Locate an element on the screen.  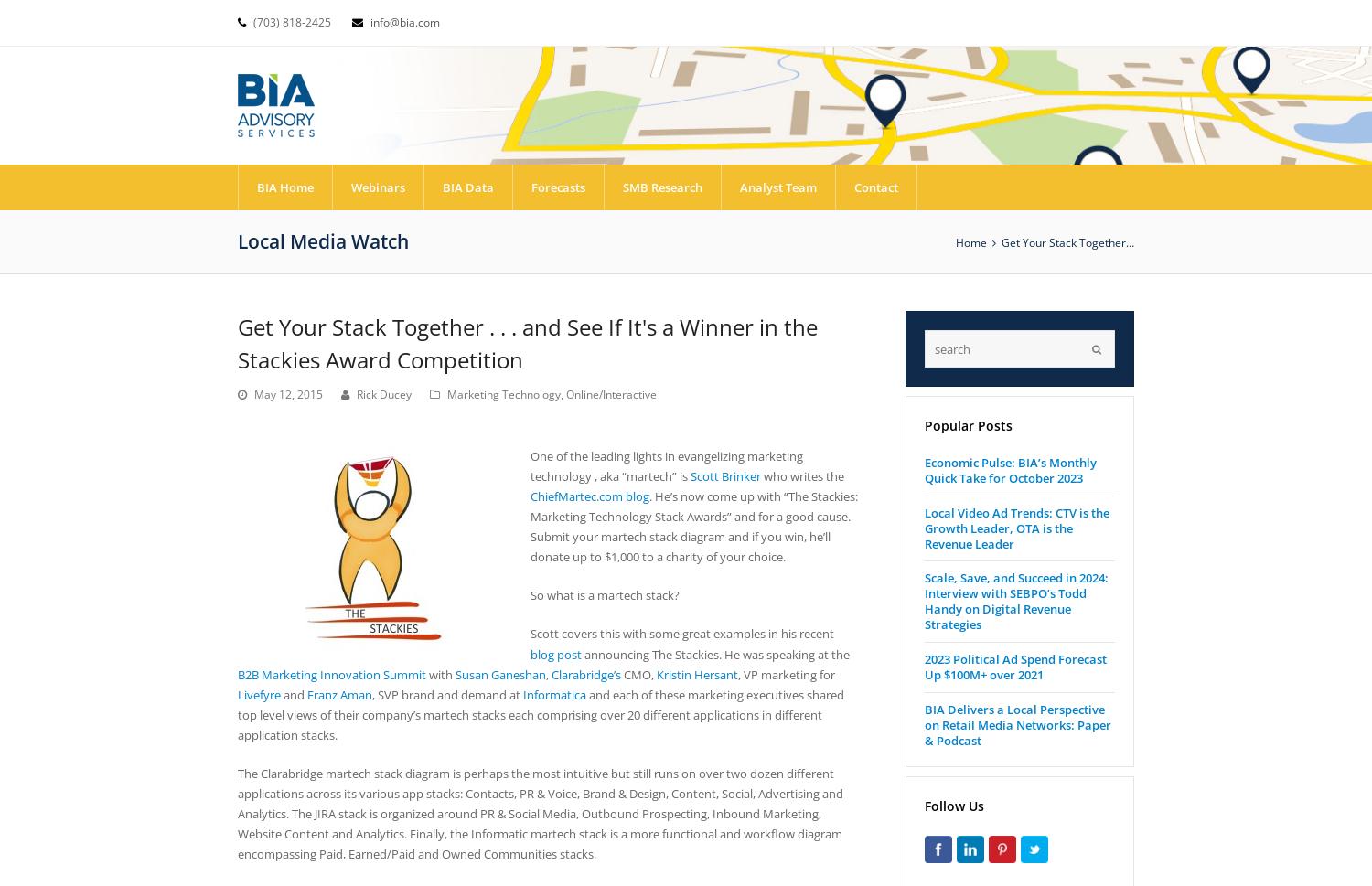
'Local Video Ad Trends: CTV is the Growth Leader, OTA is the Revenue Leader' is located at coordinates (1015, 527).